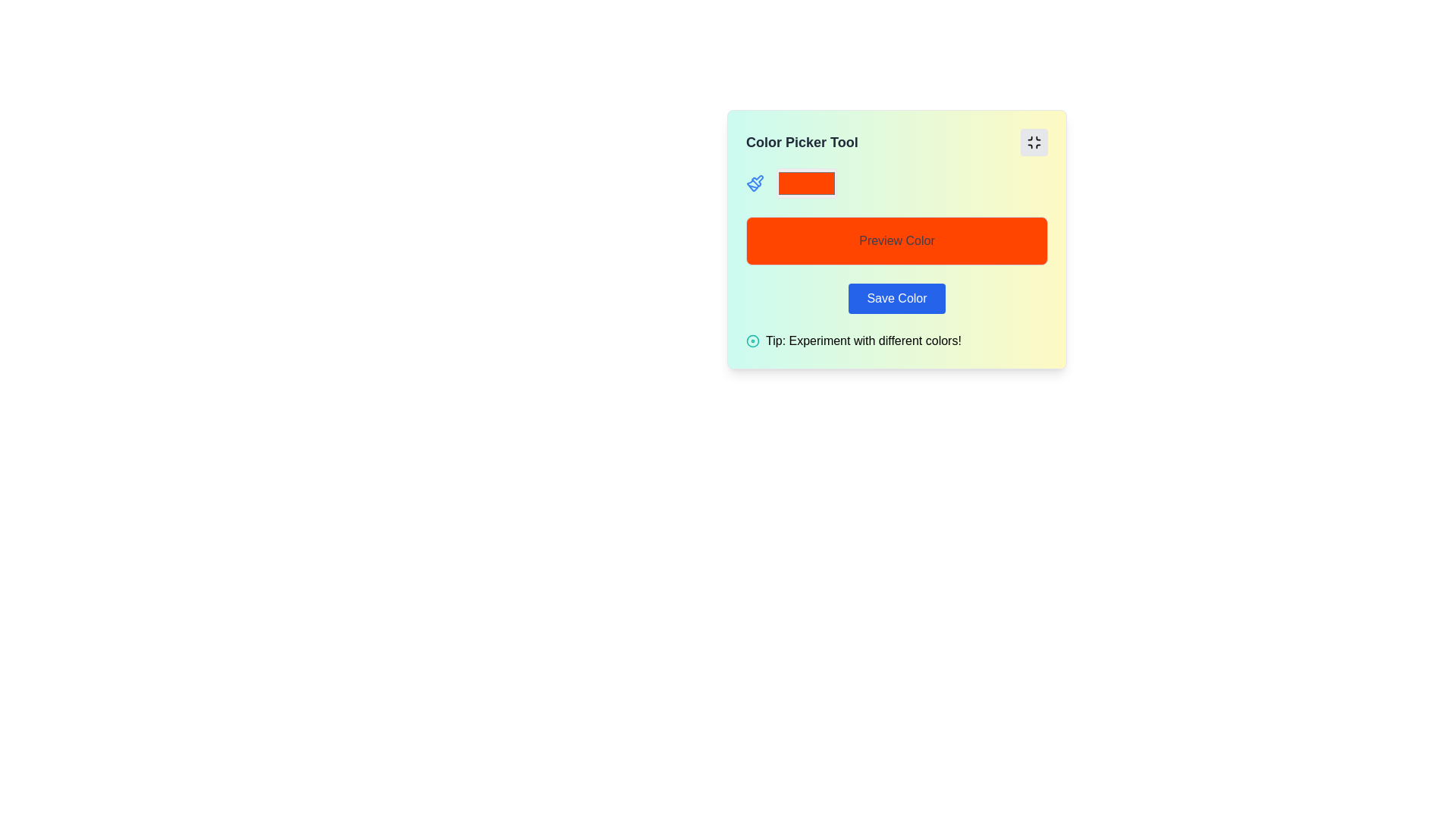  Describe the element at coordinates (896, 298) in the screenshot. I see `the button with a blue background and white text that says 'Save Color', located below the 'Preview Color' button and above the text 'Tip: Experiment with different colors!'` at that location.